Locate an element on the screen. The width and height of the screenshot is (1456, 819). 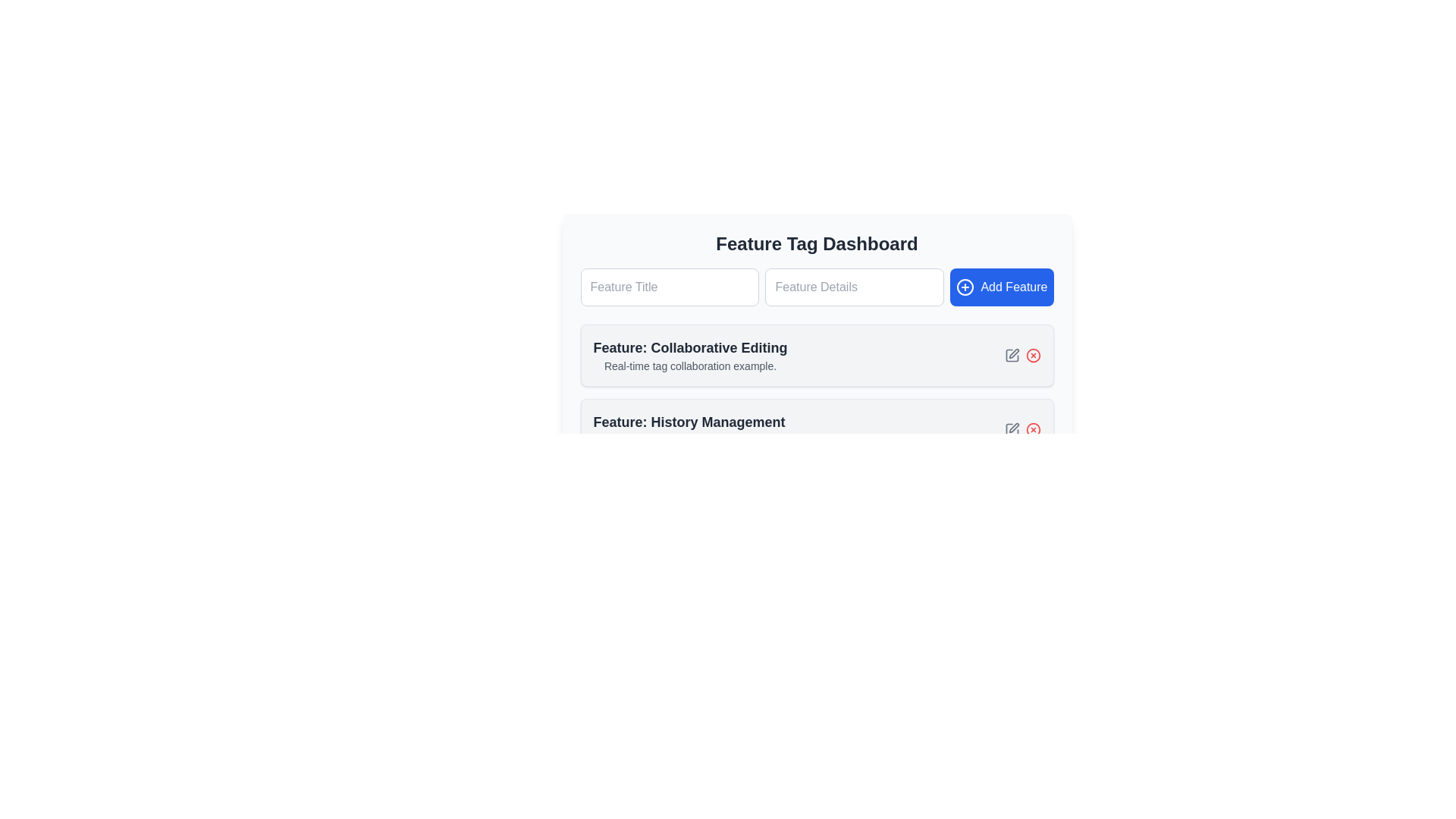
the button located at the far right of a horizontal group of inputs and buttons is located at coordinates (1002, 287).